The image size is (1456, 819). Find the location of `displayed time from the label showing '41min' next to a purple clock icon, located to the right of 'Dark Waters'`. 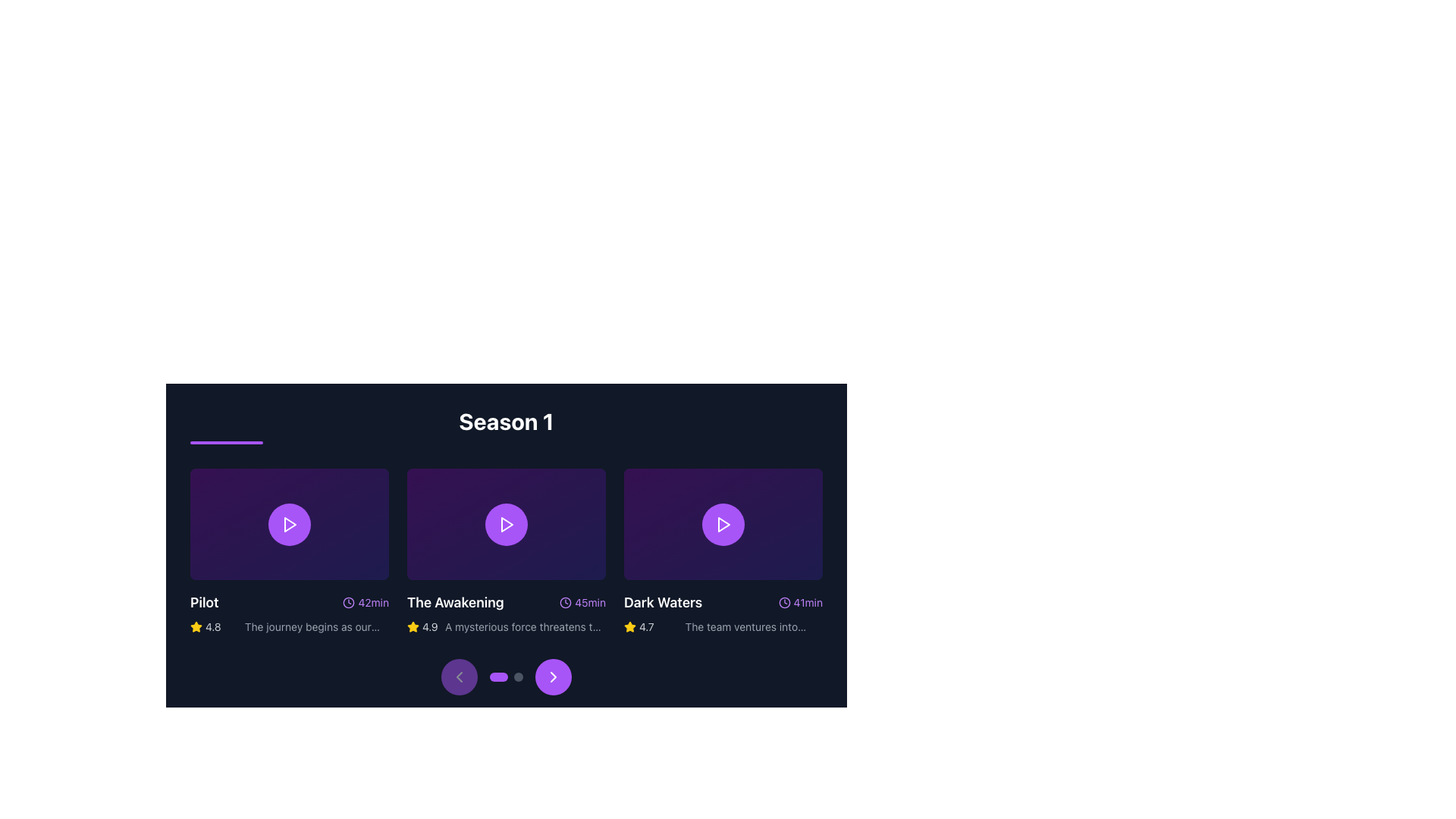

displayed time from the label showing '41min' next to a purple clock icon, located to the right of 'Dark Waters' is located at coordinates (799, 602).